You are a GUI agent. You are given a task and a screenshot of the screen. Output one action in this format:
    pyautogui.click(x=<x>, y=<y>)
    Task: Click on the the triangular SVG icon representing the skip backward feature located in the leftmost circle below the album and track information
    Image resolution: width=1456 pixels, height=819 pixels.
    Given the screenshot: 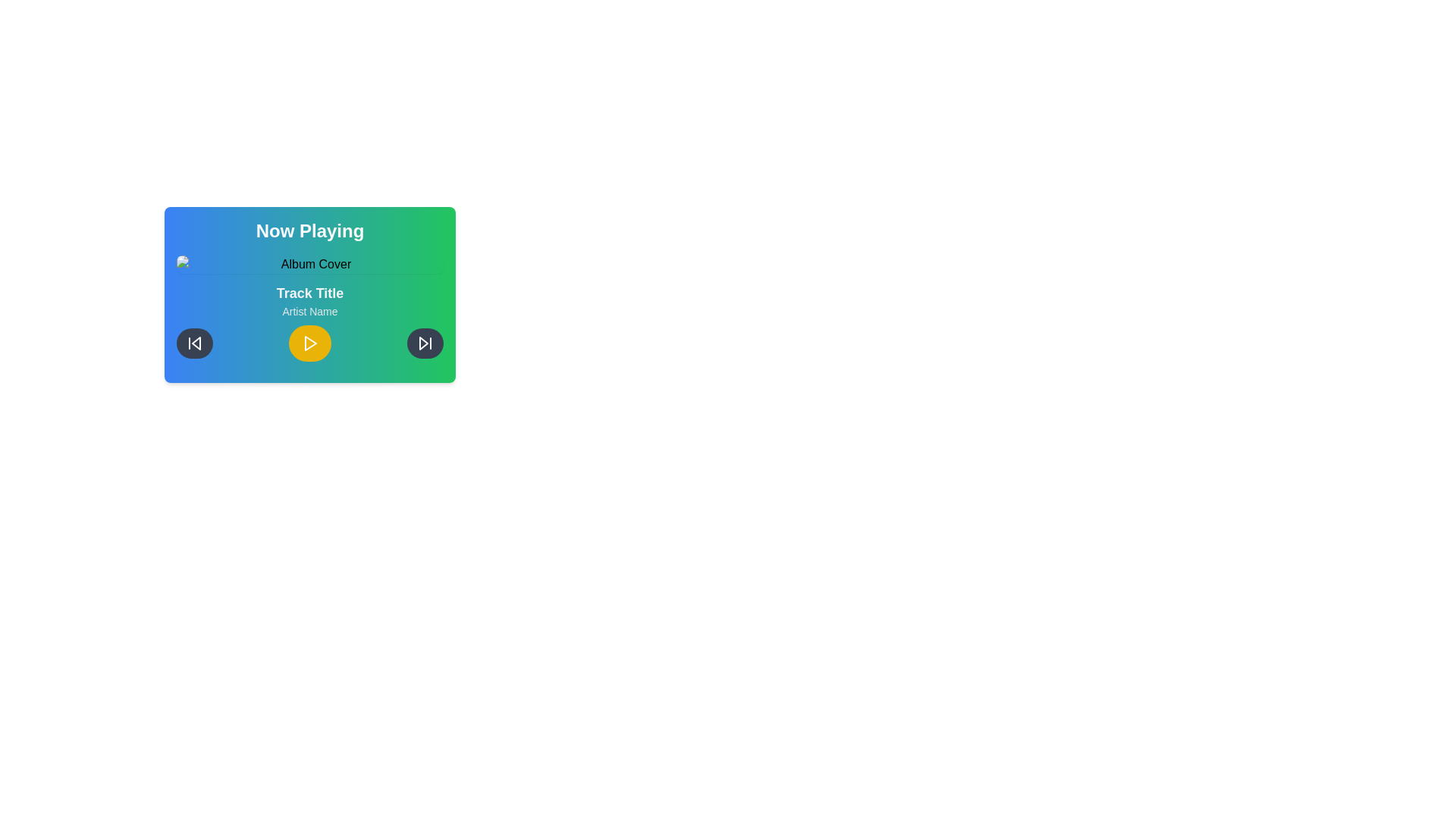 What is the action you would take?
    pyautogui.click(x=196, y=343)
    